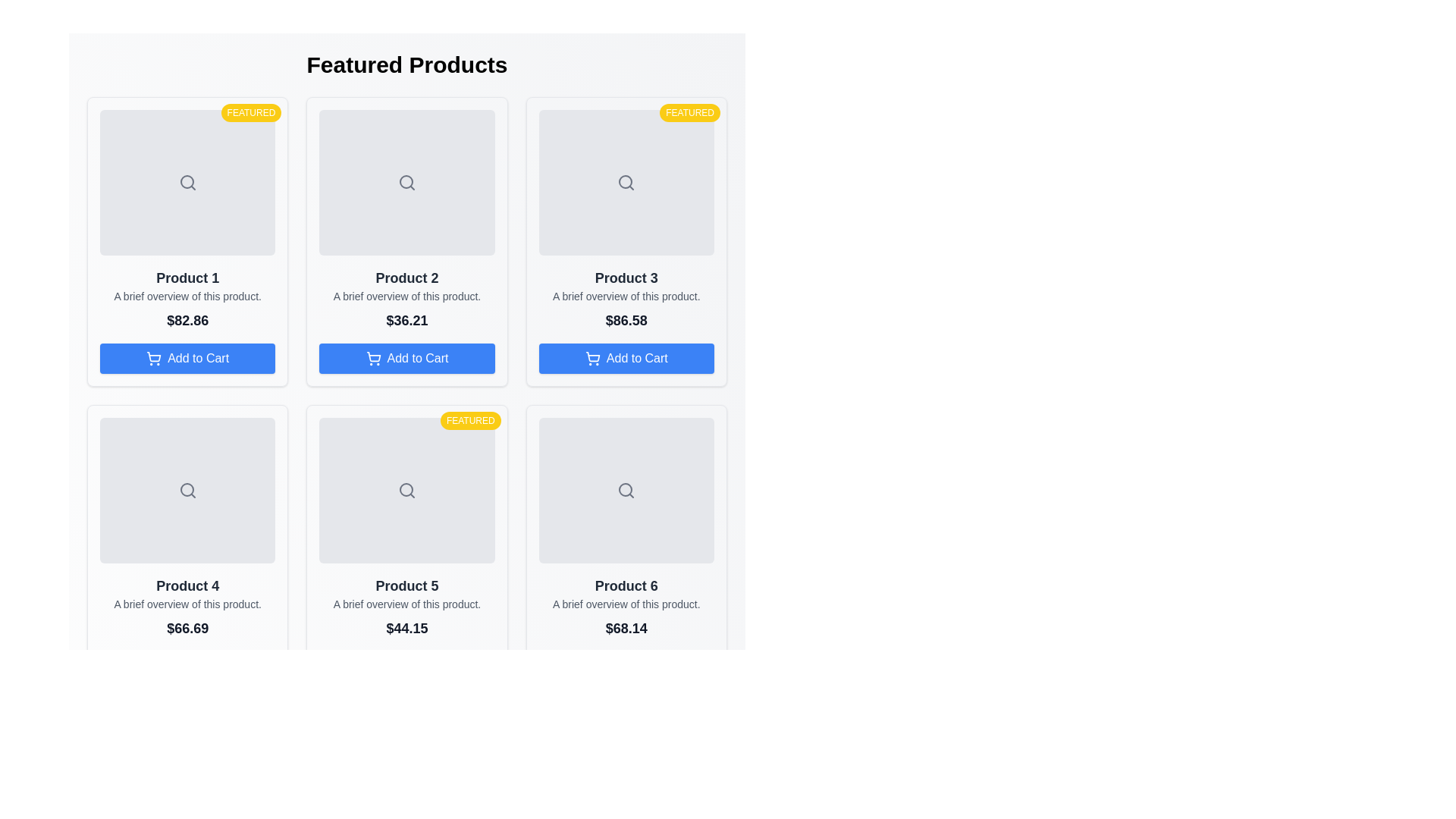 The image size is (1456, 819). What do you see at coordinates (626, 180) in the screenshot?
I see `the inner circle of the magnifying glass graphic within the search icon located in the third product card's image placeholder` at bounding box center [626, 180].